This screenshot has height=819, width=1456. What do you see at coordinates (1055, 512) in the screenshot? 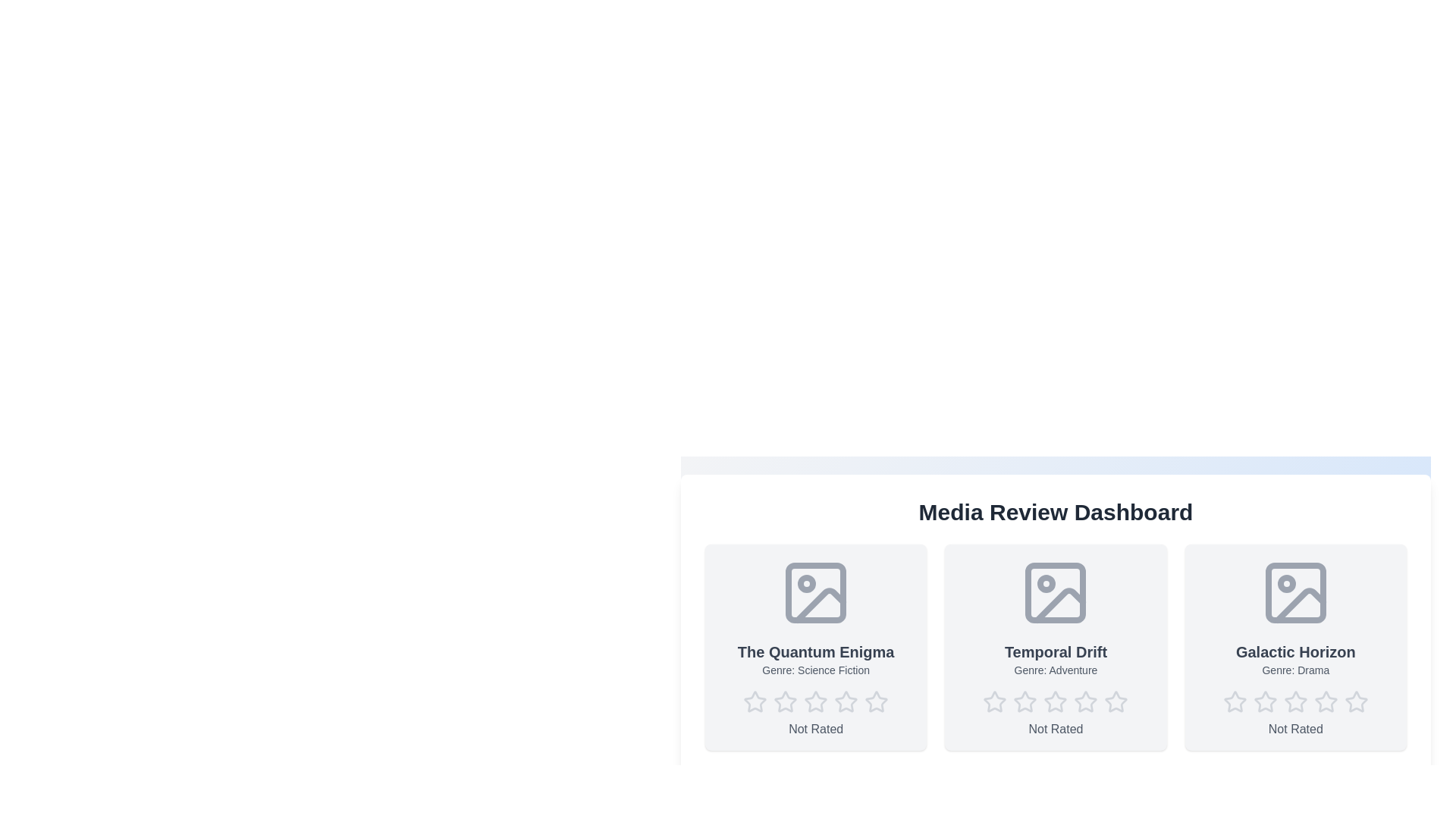
I see `the 'Media Review Dashboard' heading to select or highlight it` at bounding box center [1055, 512].